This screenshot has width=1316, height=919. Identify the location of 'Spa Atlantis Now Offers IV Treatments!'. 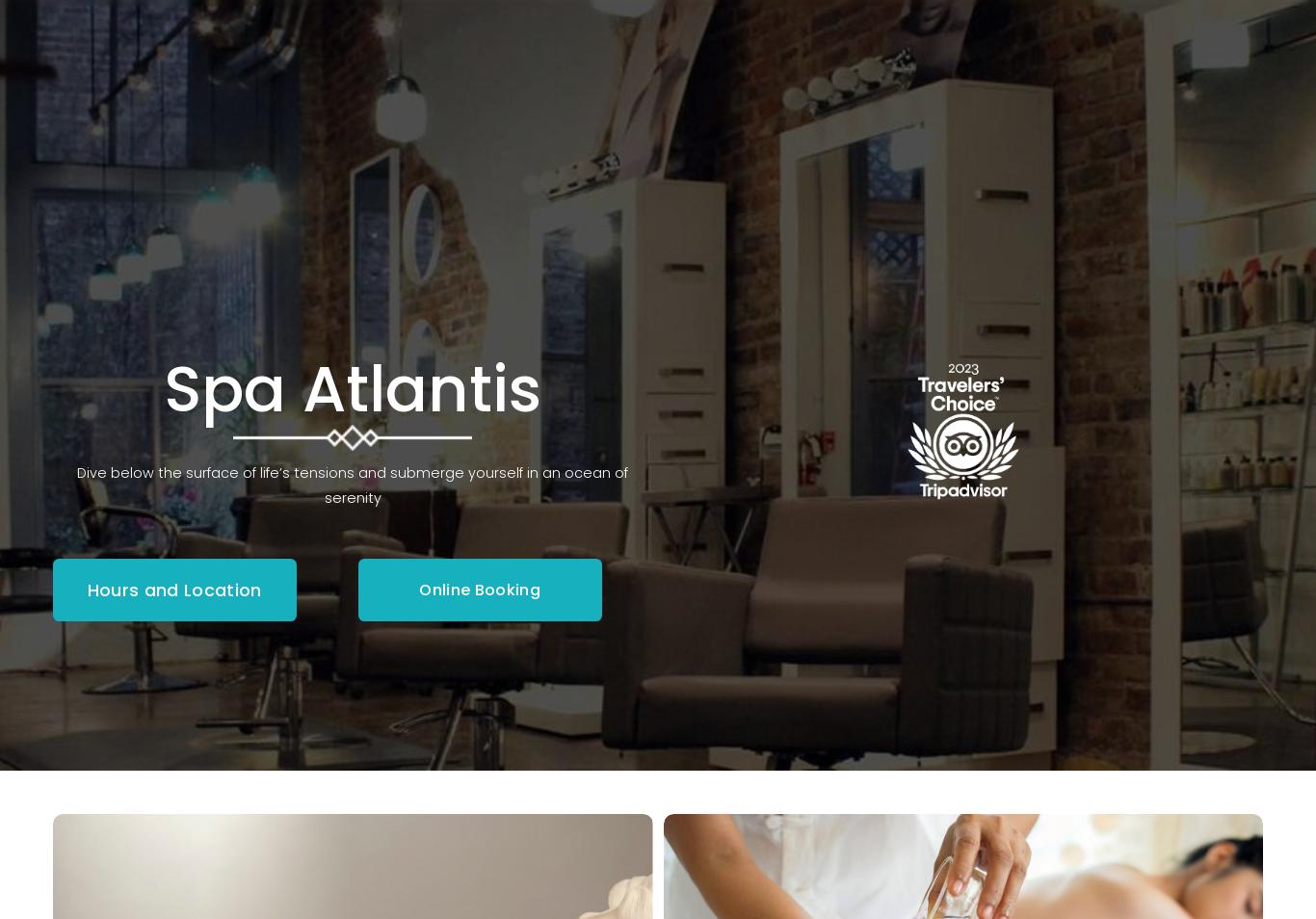
(658, 20).